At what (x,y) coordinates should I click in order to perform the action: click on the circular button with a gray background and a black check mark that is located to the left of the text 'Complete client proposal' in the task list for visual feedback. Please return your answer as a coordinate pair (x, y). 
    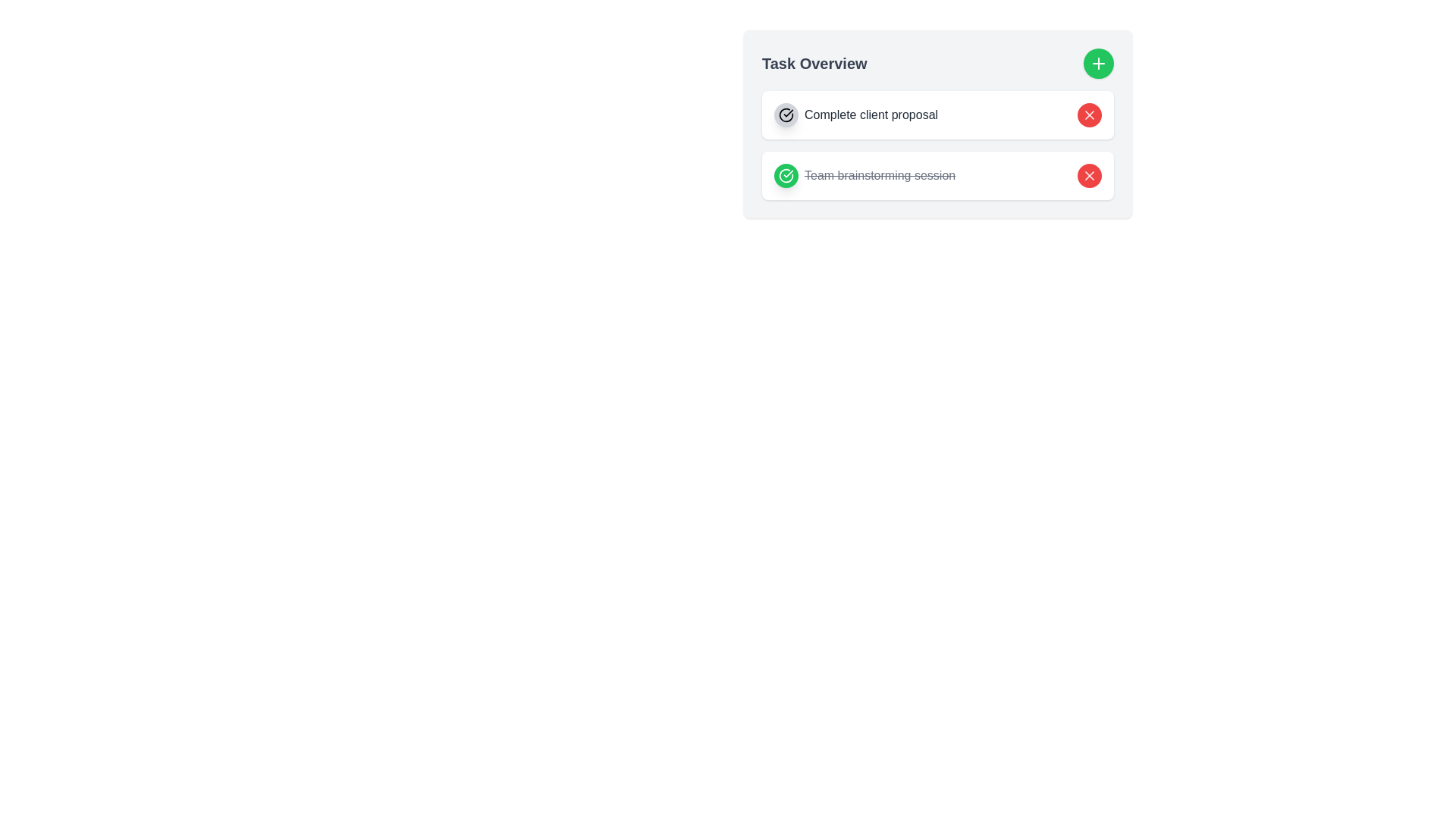
    Looking at the image, I should click on (786, 114).